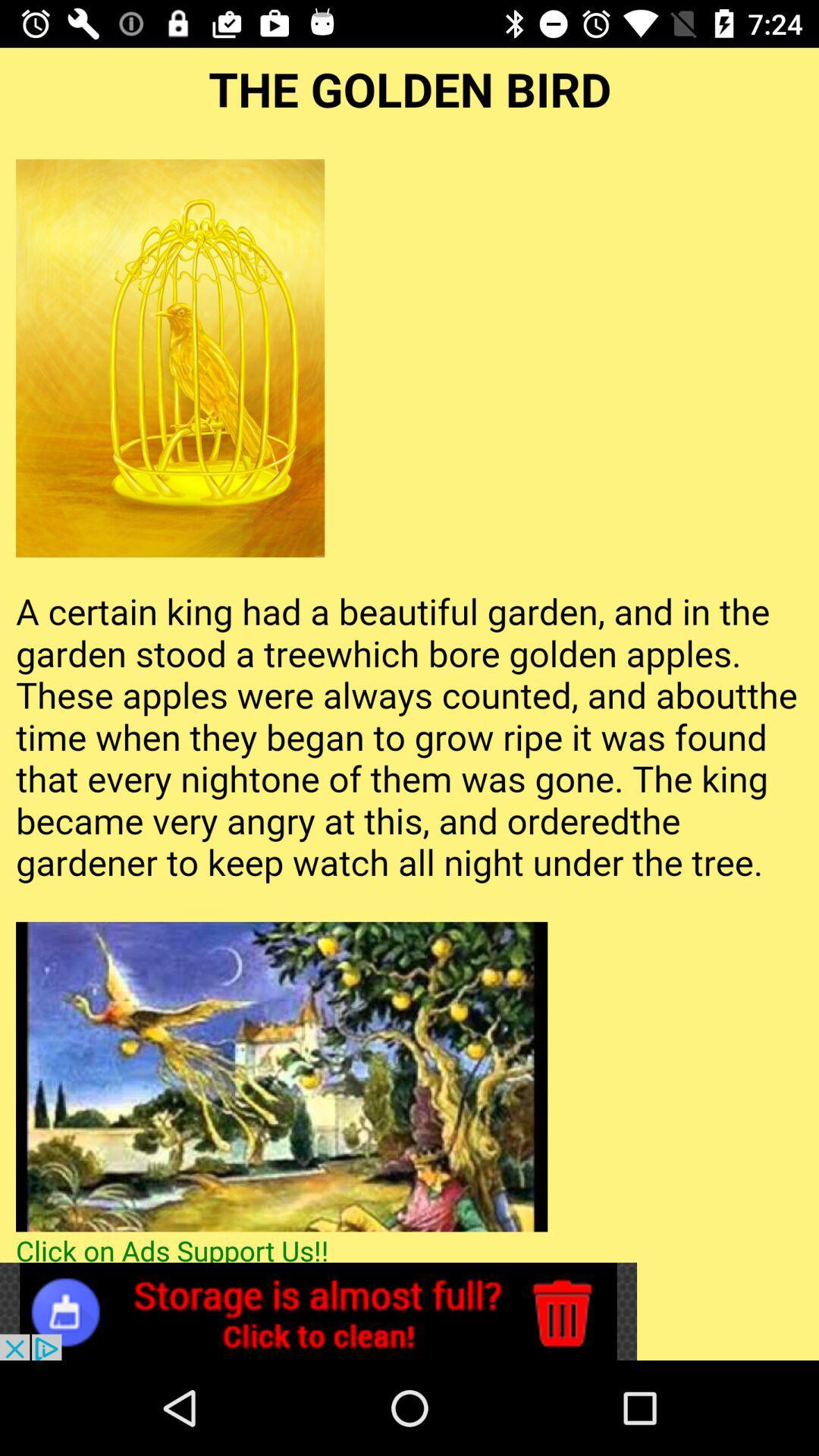 The height and width of the screenshot is (1456, 819). What do you see at coordinates (318, 1310) in the screenshot?
I see `web add` at bounding box center [318, 1310].